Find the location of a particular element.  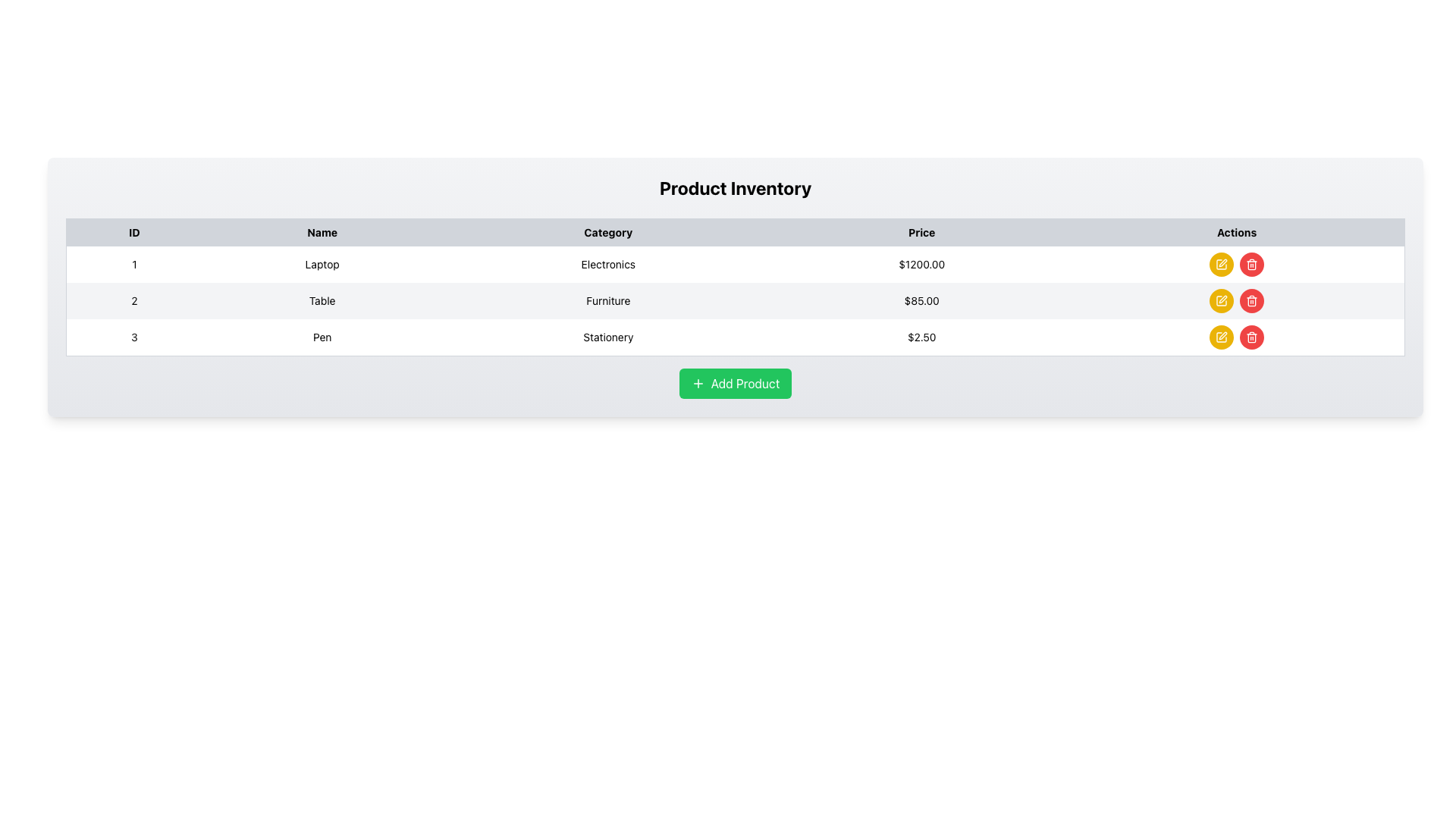

the static text label that serves as the title for the 'Actions' column in the table header, which is the fifth column header located at the far right of the row is located at coordinates (1237, 232).